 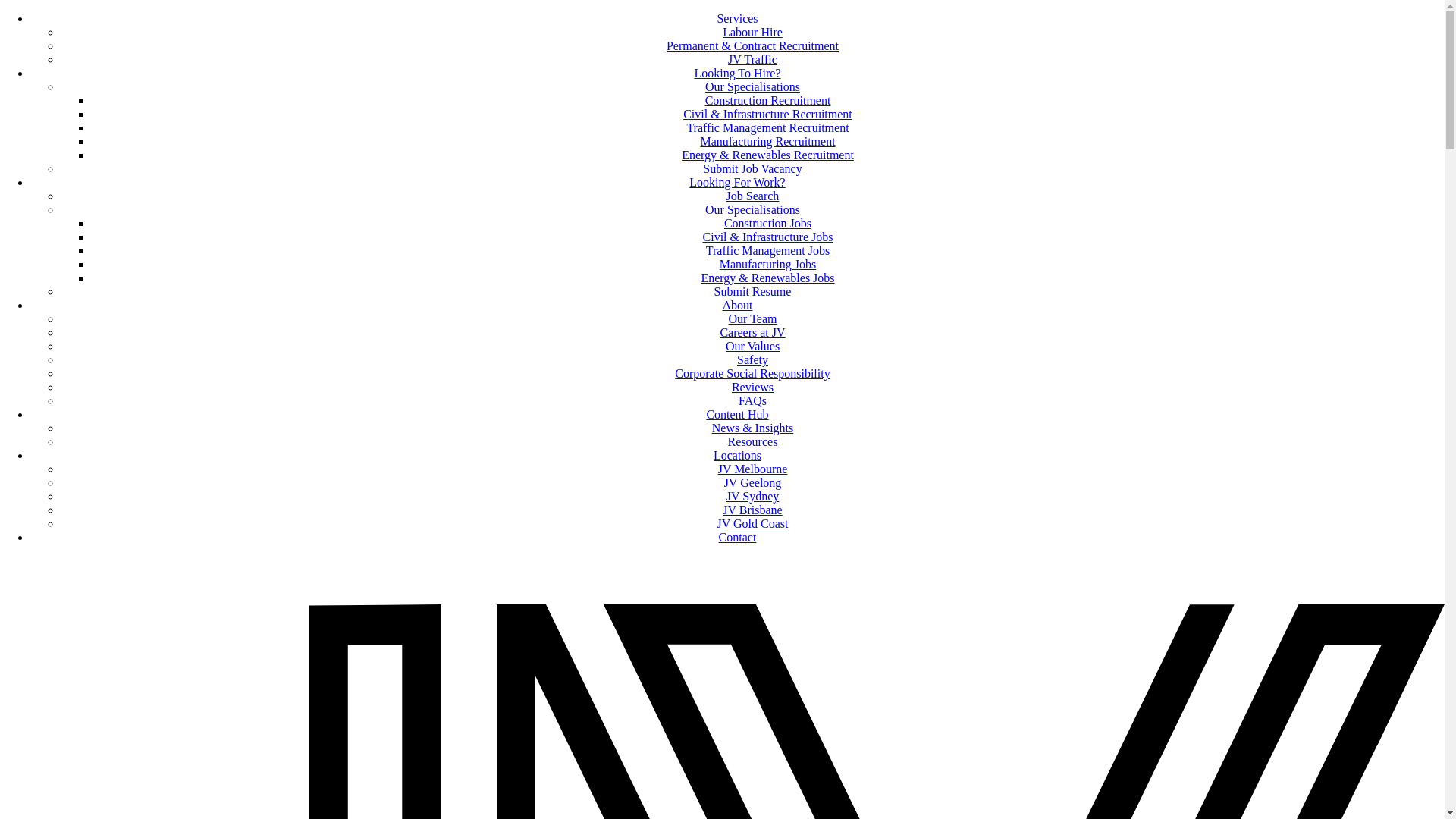 What do you see at coordinates (753, 441) in the screenshot?
I see `'Resources'` at bounding box center [753, 441].